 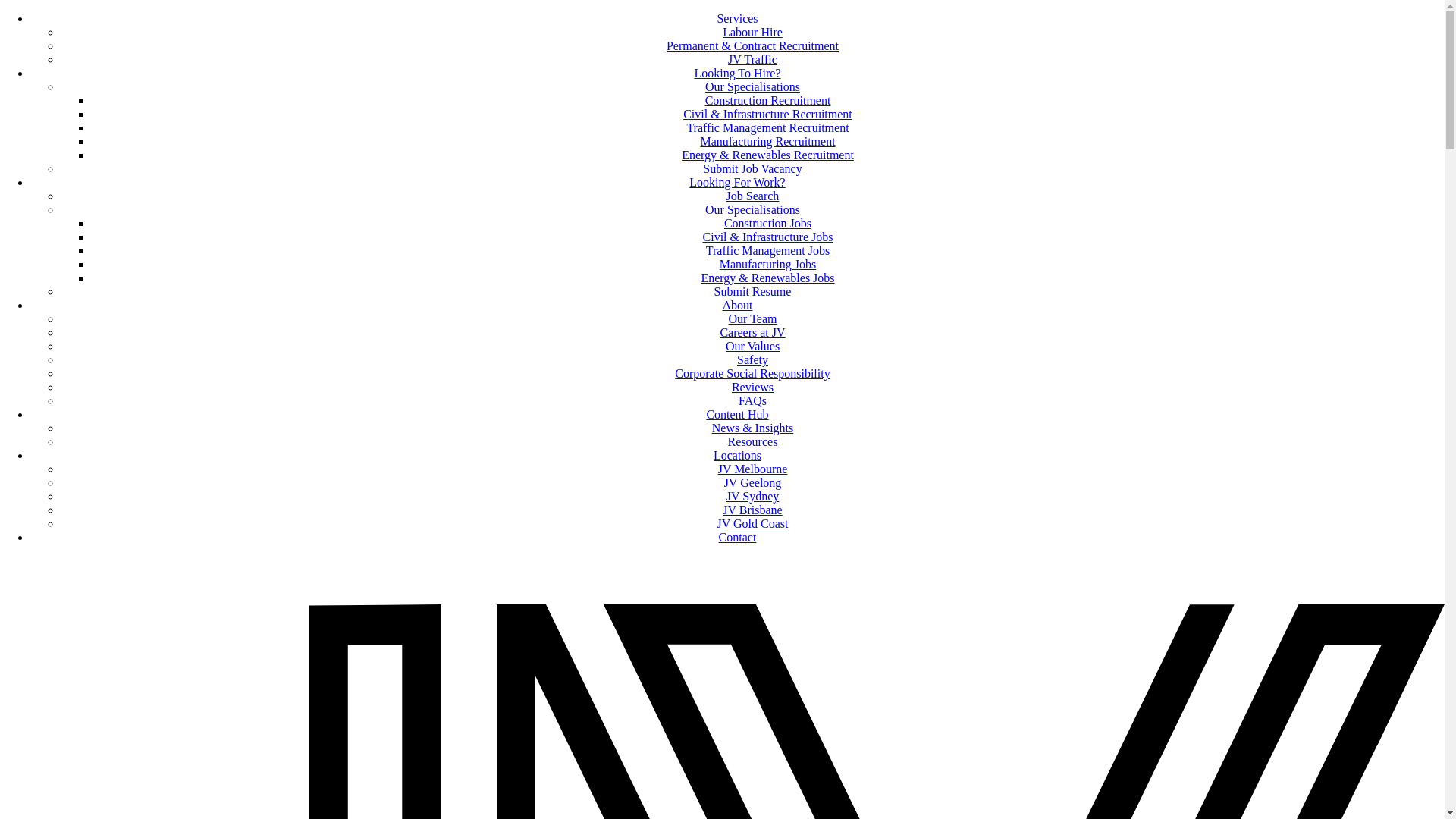 What do you see at coordinates (753, 441) in the screenshot?
I see `'Resources'` at bounding box center [753, 441].